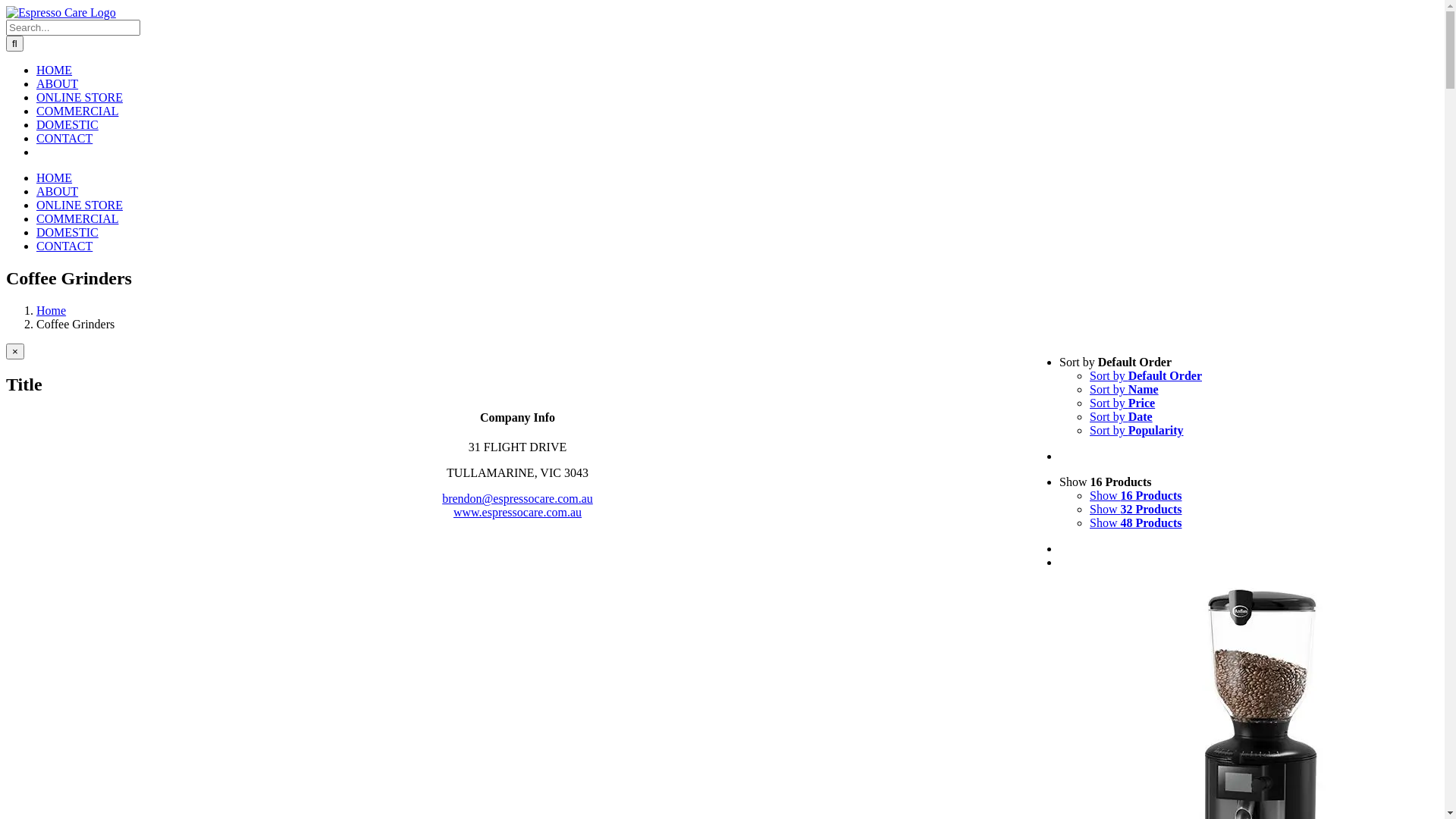 This screenshot has height=819, width=1456. What do you see at coordinates (36, 70) in the screenshot?
I see `'HOME'` at bounding box center [36, 70].